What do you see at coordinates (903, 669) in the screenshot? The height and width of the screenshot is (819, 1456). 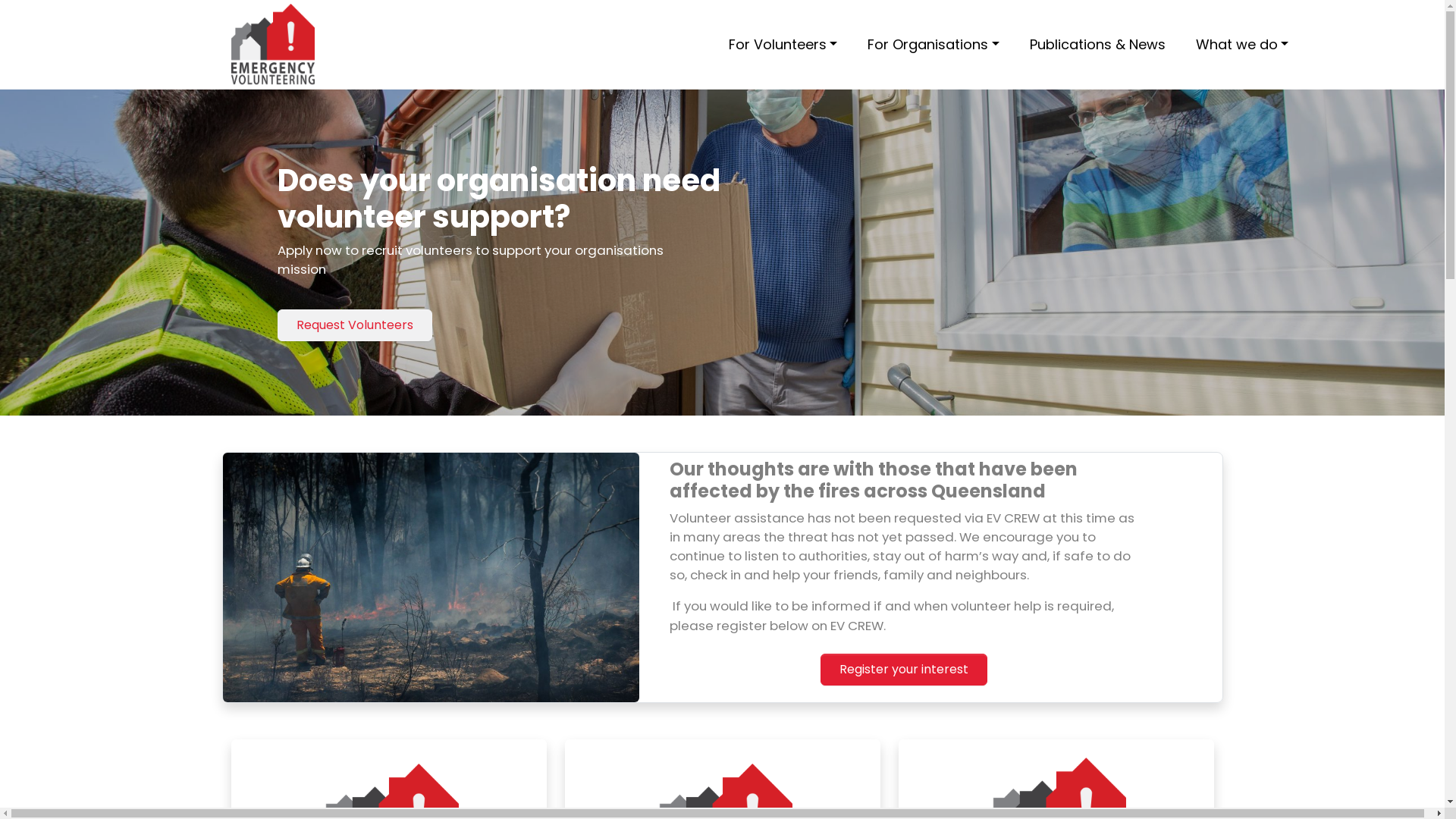 I see `'Register your interest'` at bounding box center [903, 669].